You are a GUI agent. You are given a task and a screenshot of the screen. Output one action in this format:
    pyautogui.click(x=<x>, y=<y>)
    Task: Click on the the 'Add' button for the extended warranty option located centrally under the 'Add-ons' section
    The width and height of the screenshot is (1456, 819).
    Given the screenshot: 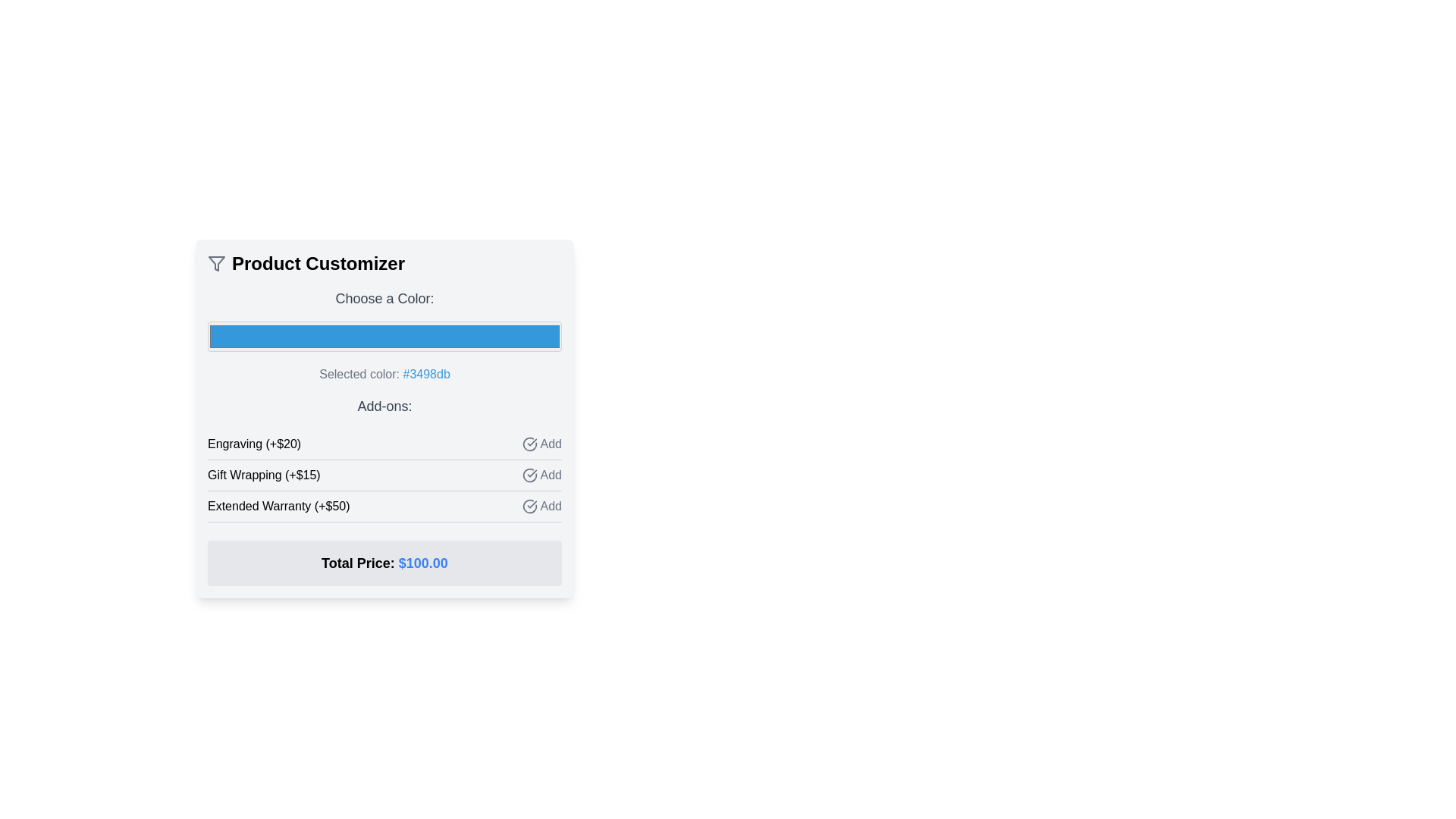 What is the action you would take?
    pyautogui.click(x=384, y=507)
    